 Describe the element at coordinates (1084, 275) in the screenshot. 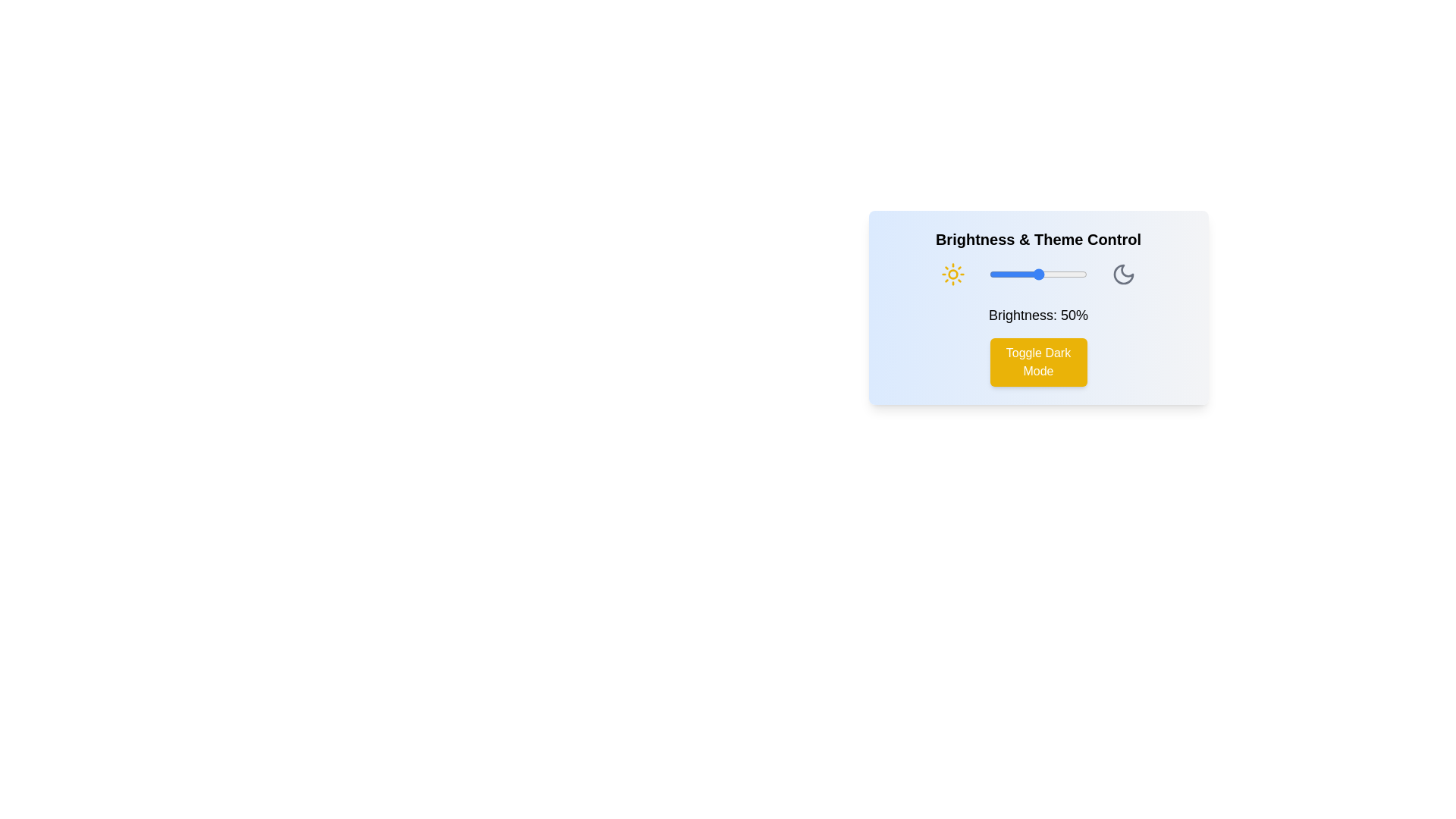

I see `the brightness level to 97% by dragging the slider` at that location.